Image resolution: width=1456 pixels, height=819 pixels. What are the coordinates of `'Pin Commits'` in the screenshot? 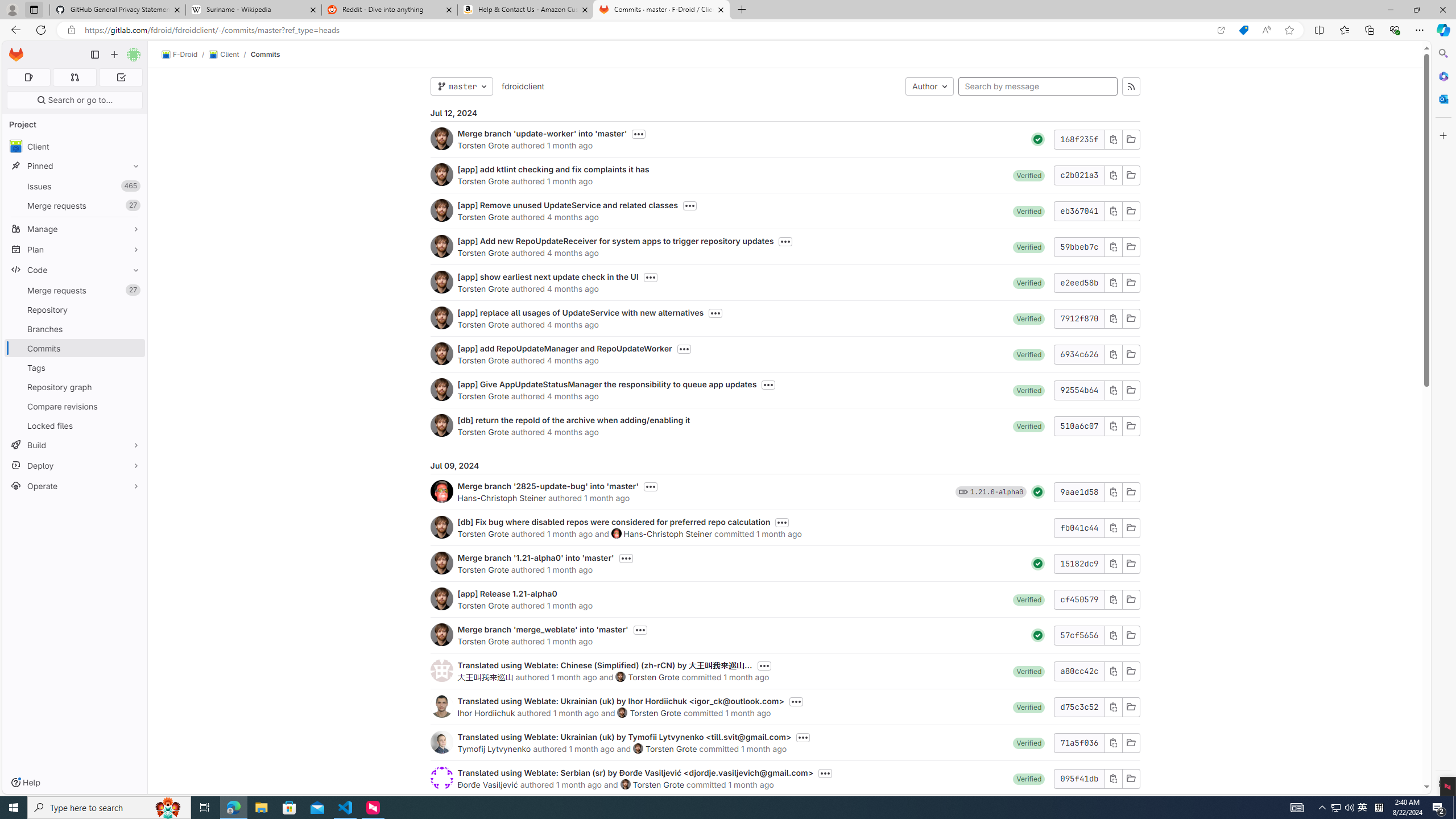 It's located at (133, 348).